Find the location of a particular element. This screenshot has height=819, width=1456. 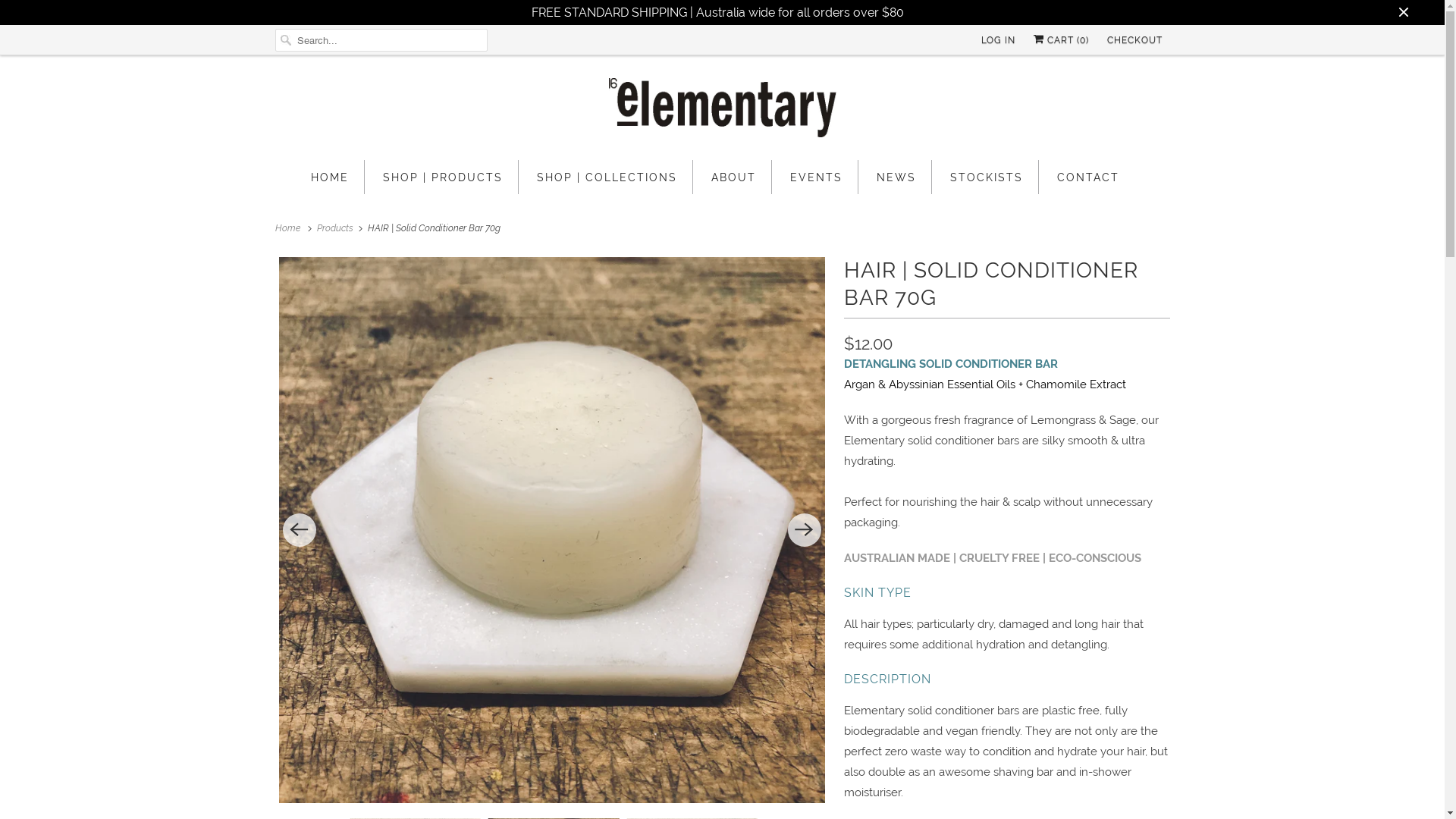

'Products' is located at coordinates (335, 227).